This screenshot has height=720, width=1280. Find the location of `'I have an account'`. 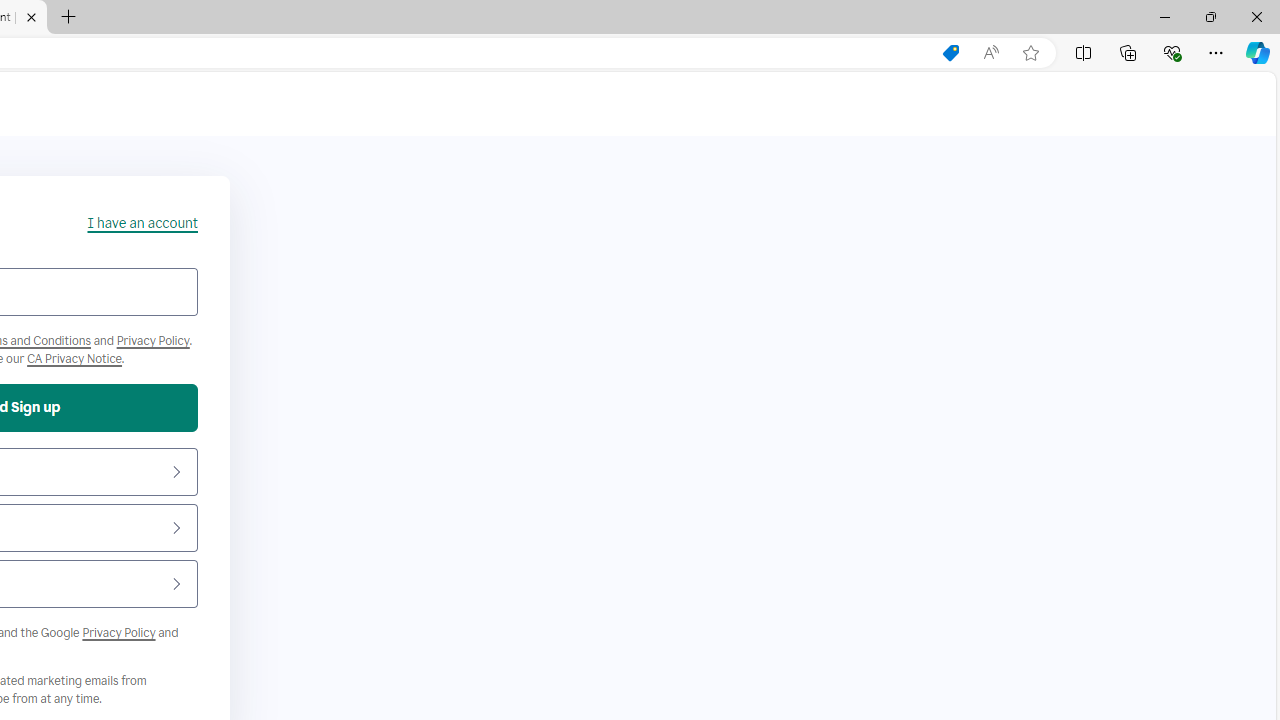

'I have an account' is located at coordinates (141, 223).